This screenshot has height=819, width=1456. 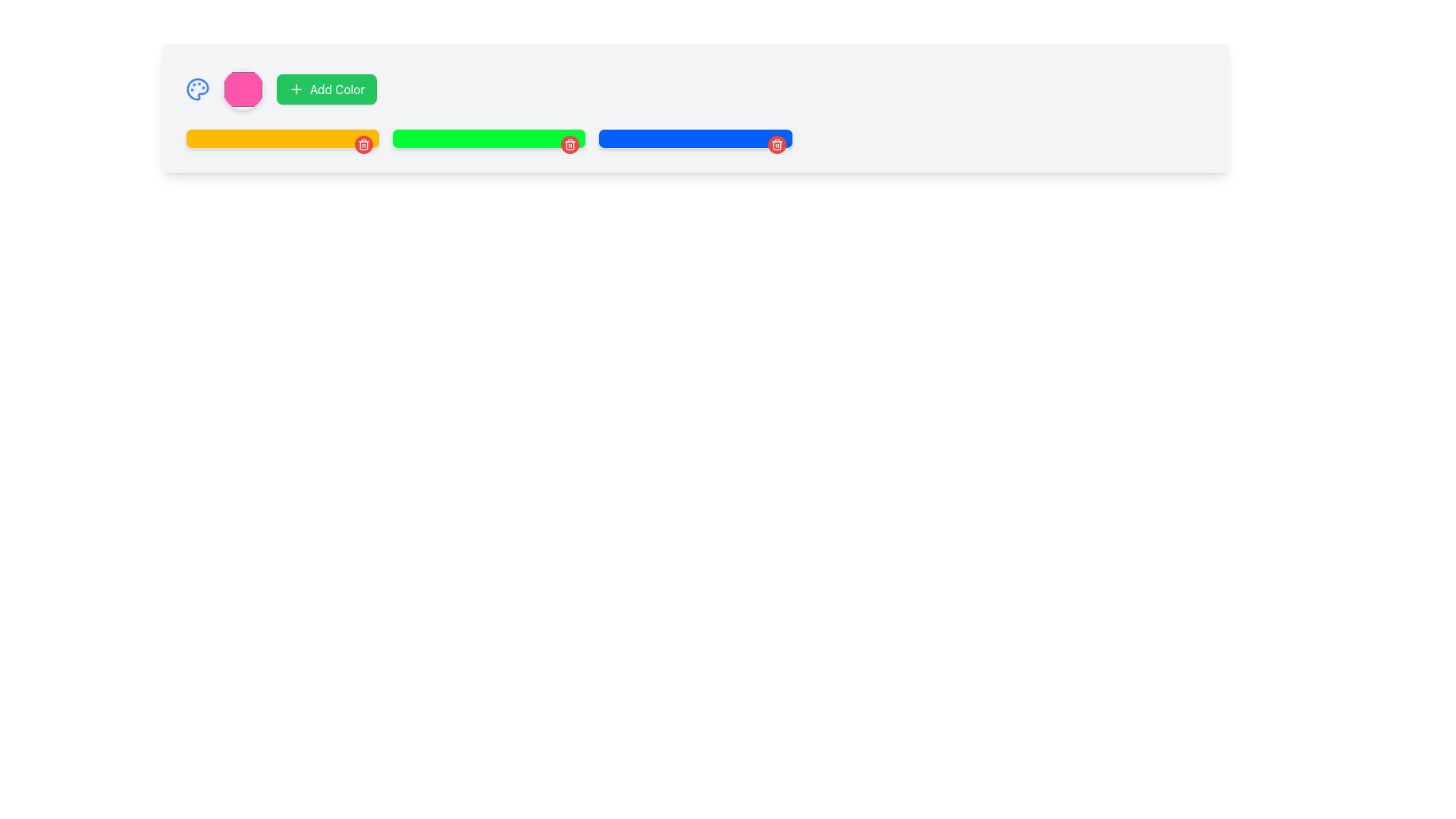 What do you see at coordinates (776, 145) in the screenshot?
I see `the circular red button with a white trash icon in the top-right corner of the blue rectangular section` at bounding box center [776, 145].